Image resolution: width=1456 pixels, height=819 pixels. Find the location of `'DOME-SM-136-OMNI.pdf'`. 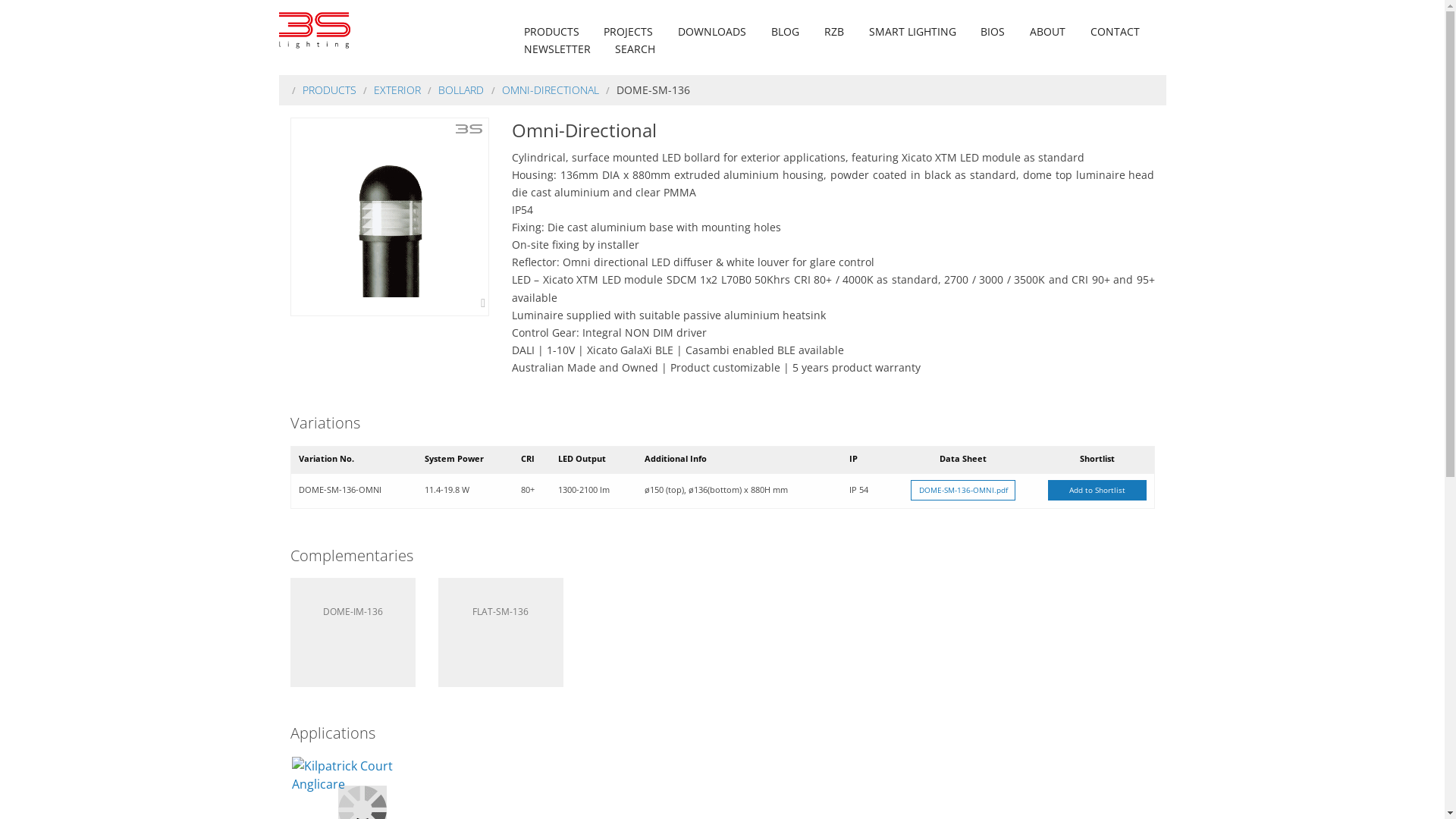

'DOME-SM-136-OMNI.pdf' is located at coordinates (962, 491).